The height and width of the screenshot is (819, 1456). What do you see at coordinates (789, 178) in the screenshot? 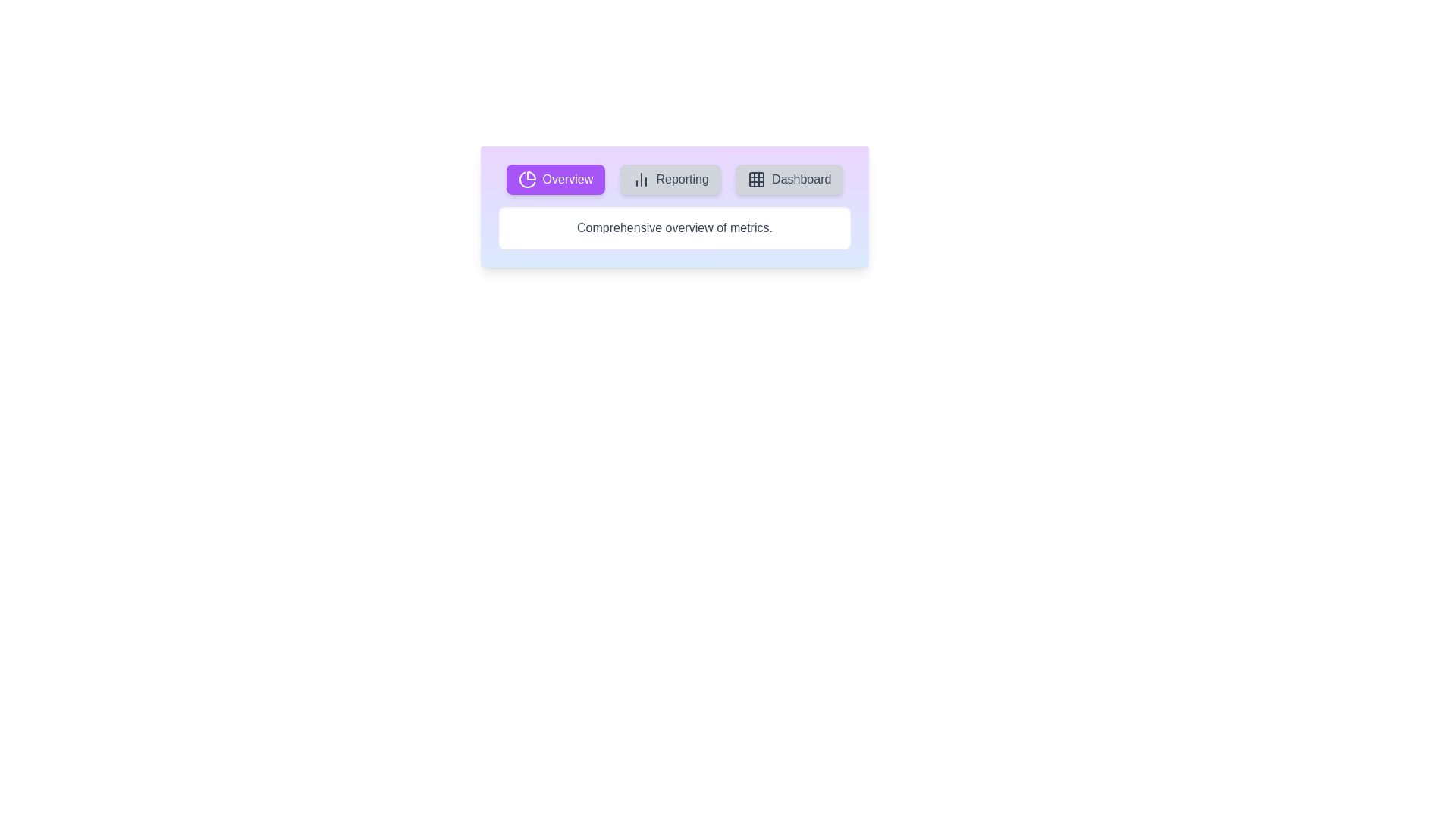
I see `the tab labeled Dashboard` at bounding box center [789, 178].